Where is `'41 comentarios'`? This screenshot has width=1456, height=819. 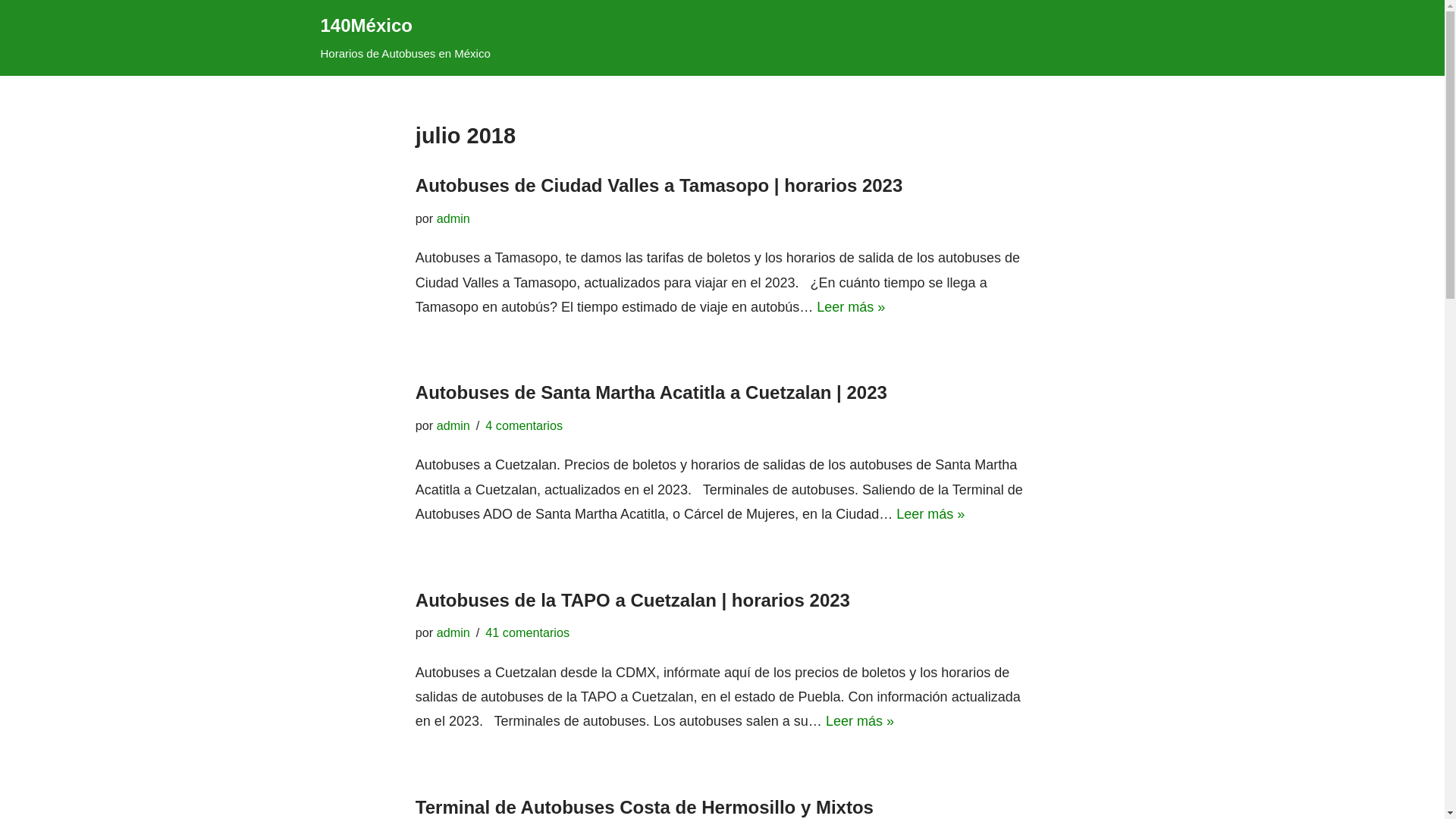
'41 comentarios' is located at coordinates (484, 632).